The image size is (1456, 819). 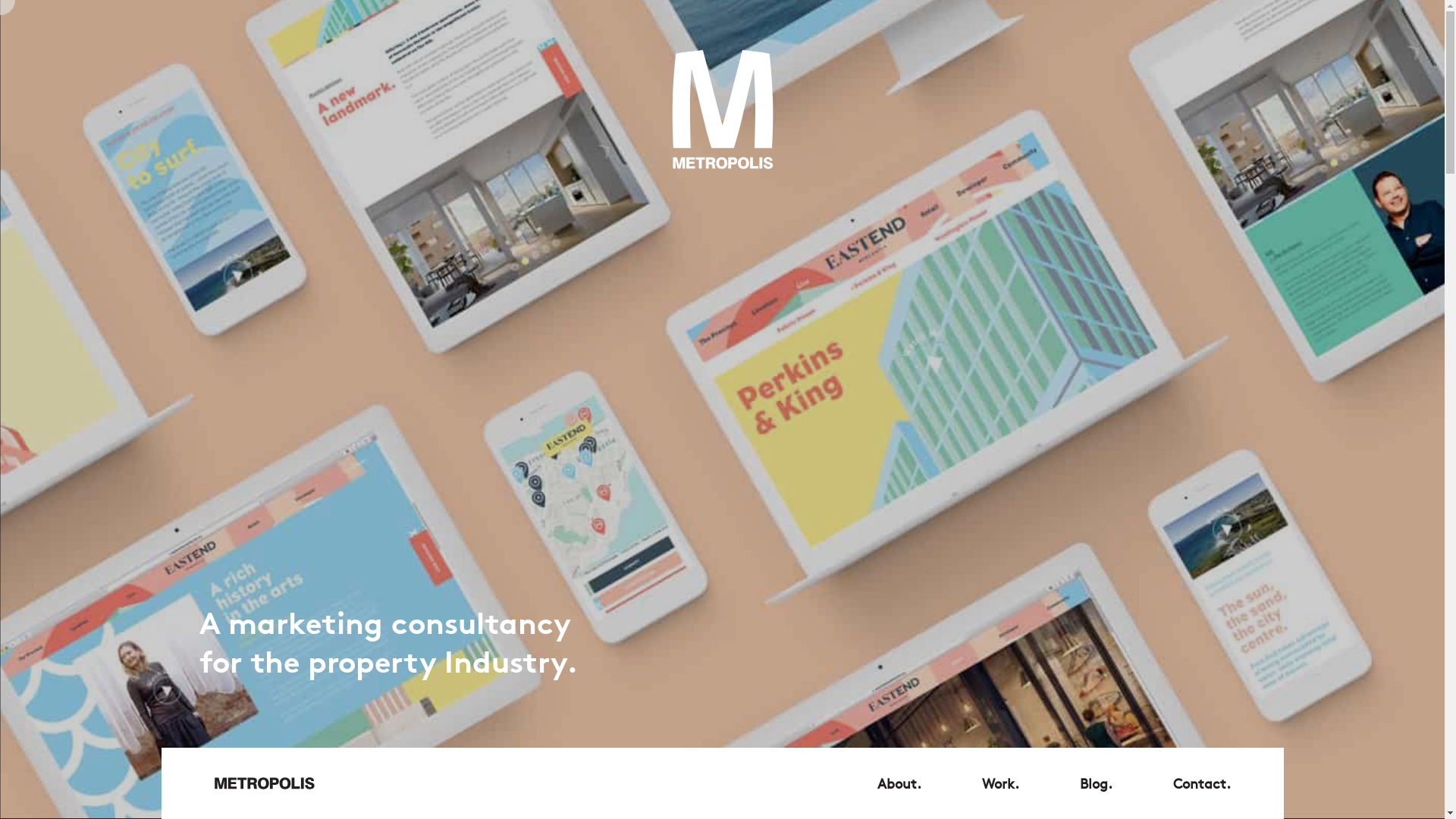 What do you see at coordinates (899, 783) in the screenshot?
I see `'About'` at bounding box center [899, 783].